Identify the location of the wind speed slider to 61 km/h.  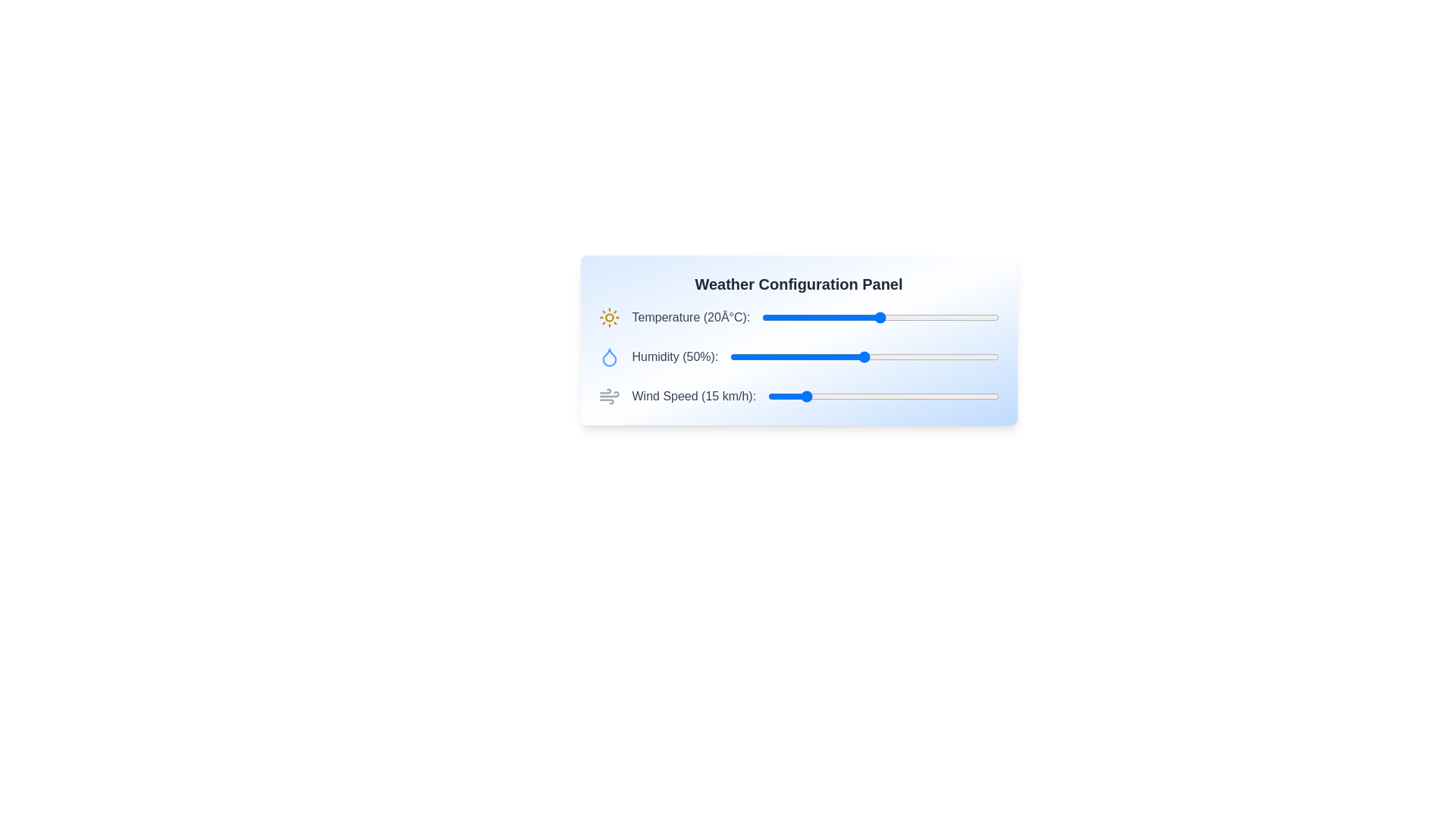
(908, 396).